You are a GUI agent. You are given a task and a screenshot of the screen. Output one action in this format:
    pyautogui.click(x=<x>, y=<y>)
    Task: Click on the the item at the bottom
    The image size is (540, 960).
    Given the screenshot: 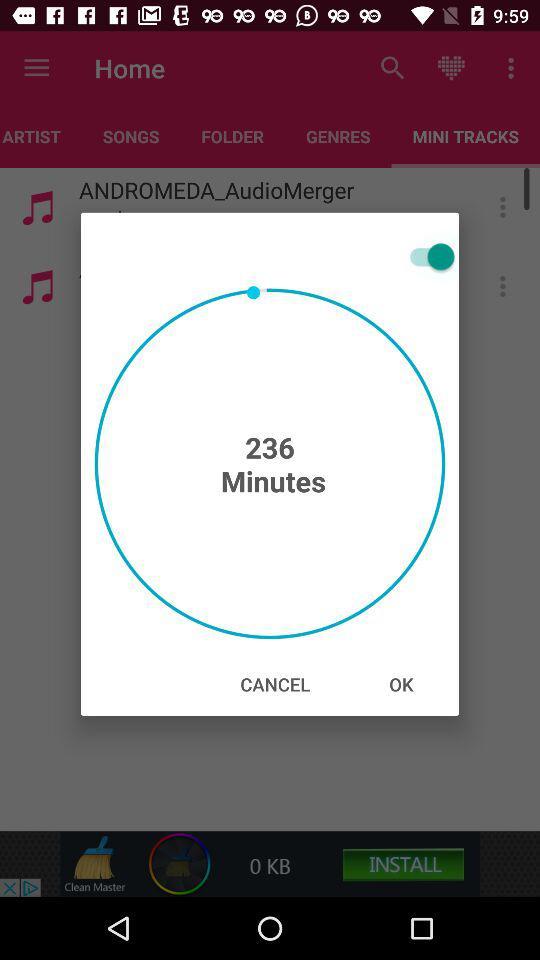 What is the action you would take?
    pyautogui.click(x=274, y=684)
    